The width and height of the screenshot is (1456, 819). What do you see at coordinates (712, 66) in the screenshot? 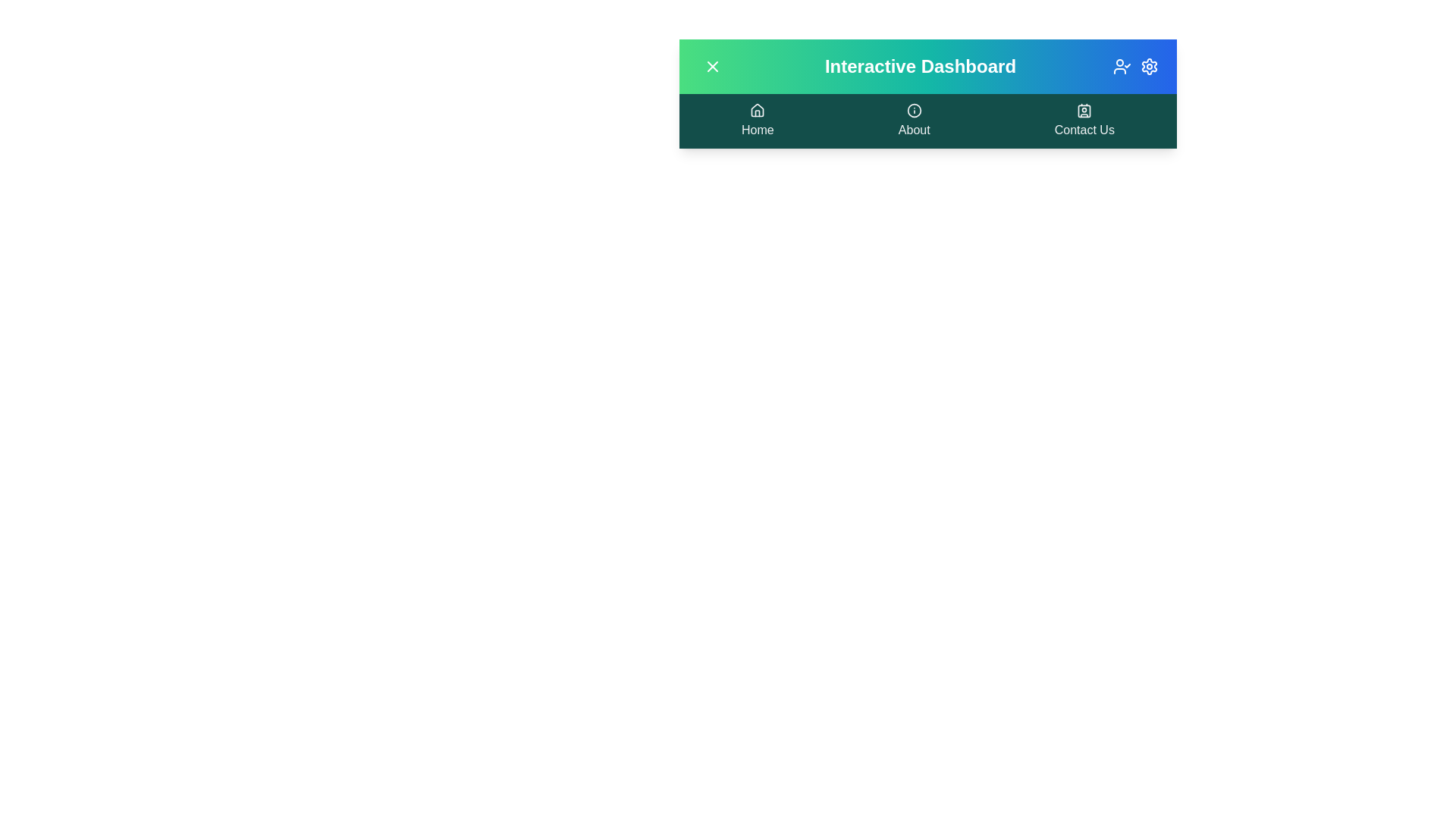
I see `the toggle button to toggle the visibility of the navigation menu` at bounding box center [712, 66].